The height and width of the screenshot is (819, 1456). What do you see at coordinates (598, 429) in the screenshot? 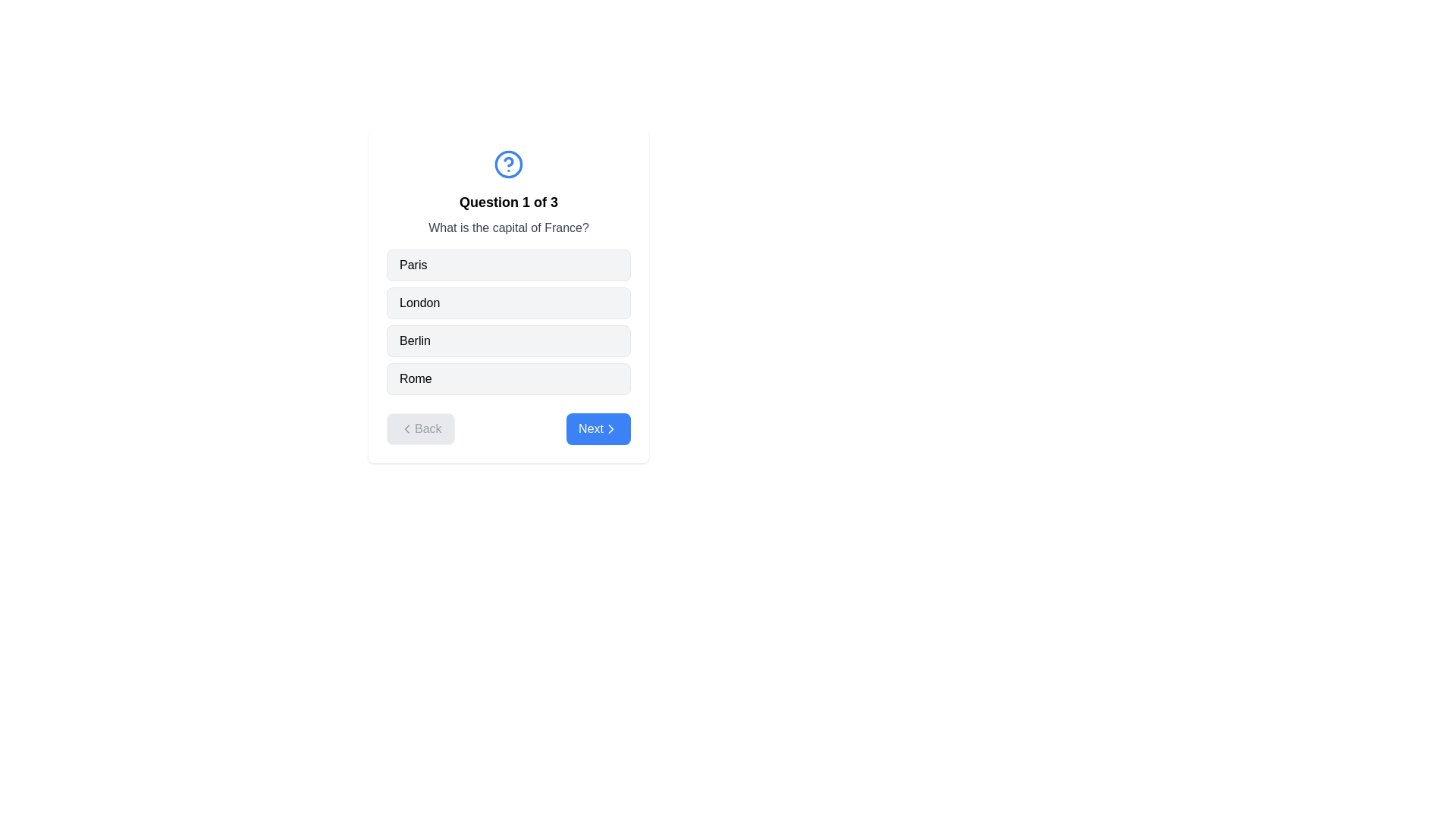
I see `the navigation button located at the bottom right corner of the 'Question 1 of 3' section to advance to the next question` at bounding box center [598, 429].